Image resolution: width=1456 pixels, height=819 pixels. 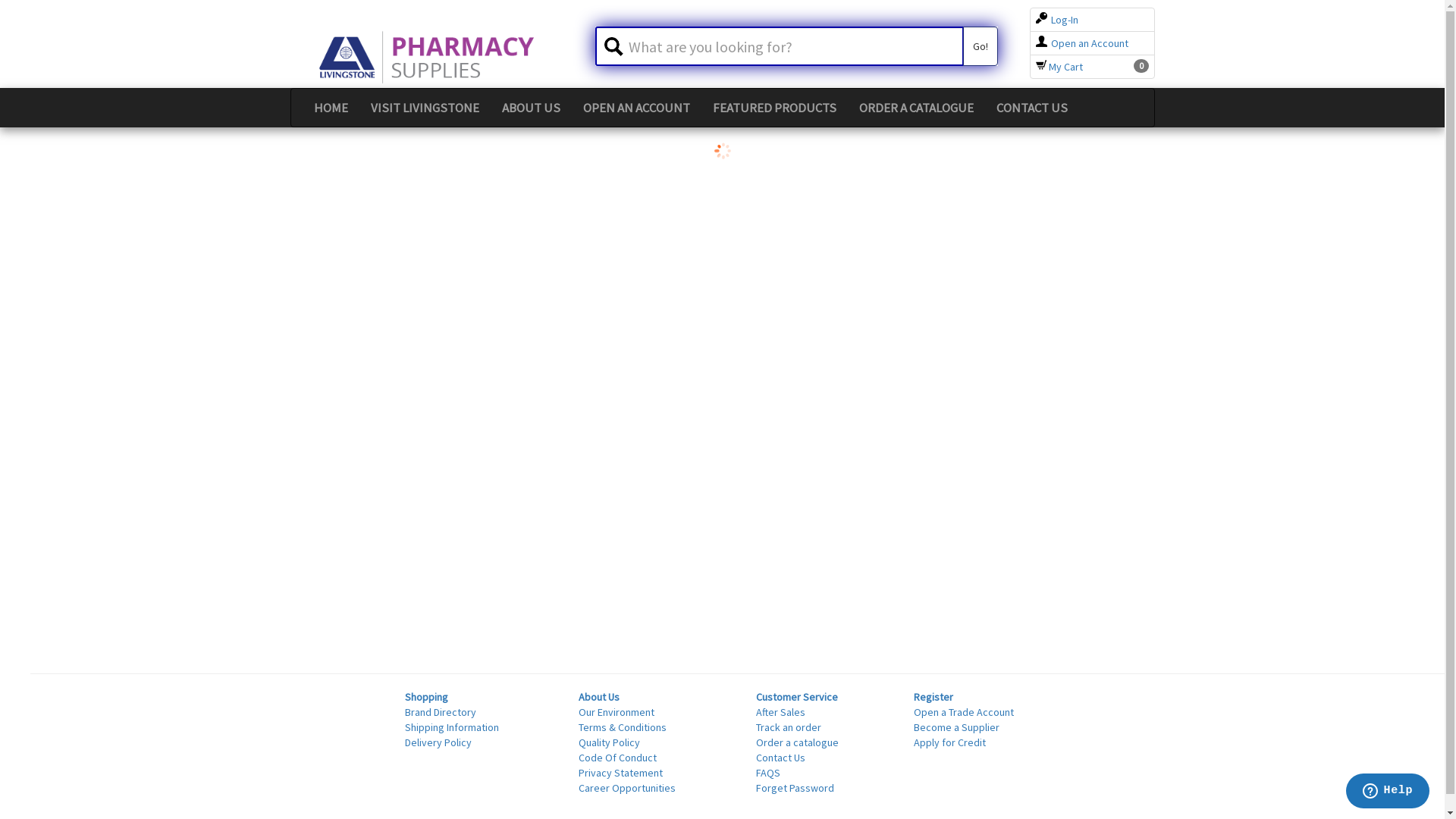 What do you see at coordinates (404, 726) in the screenshot?
I see `'Shipping Information'` at bounding box center [404, 726].